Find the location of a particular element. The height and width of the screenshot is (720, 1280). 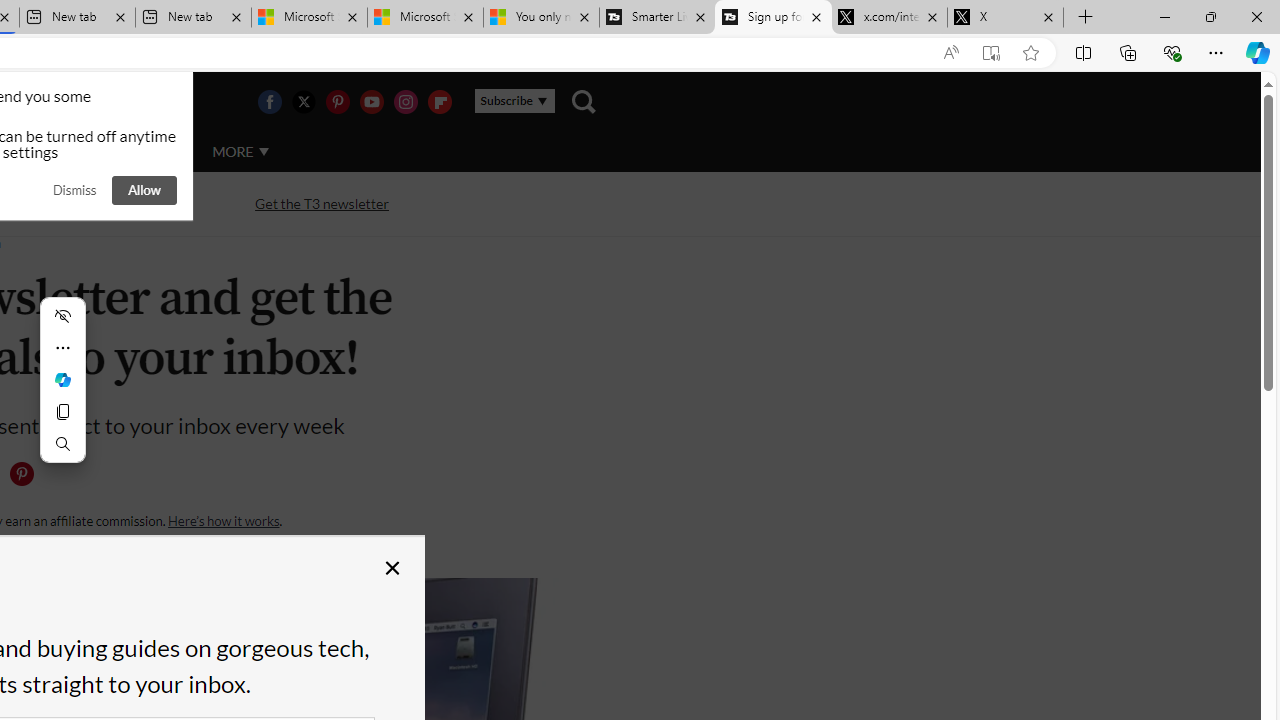

'Visit us on Twitter' is located at coordinates (302, 101).